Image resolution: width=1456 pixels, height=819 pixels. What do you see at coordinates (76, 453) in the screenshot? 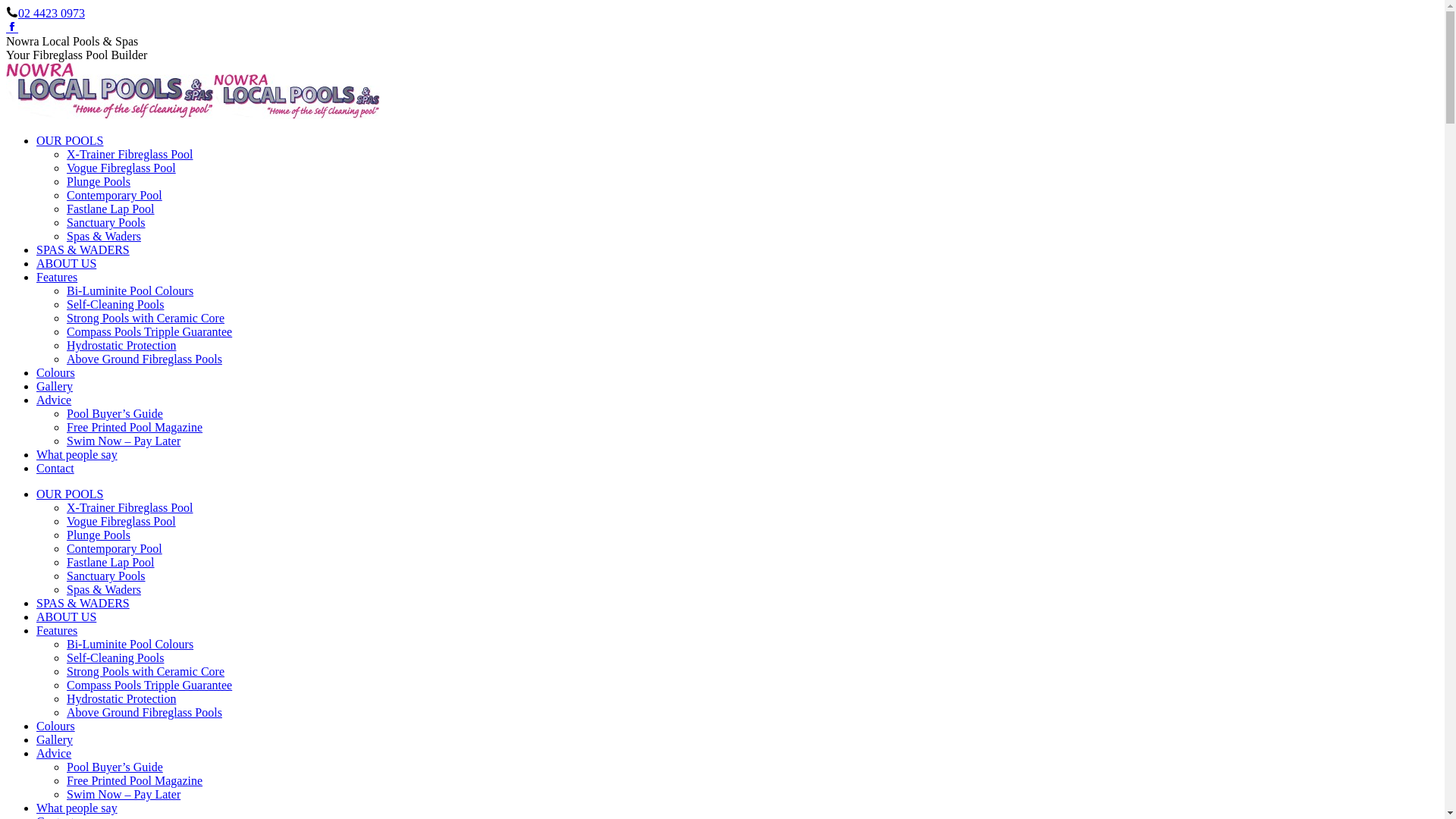
I see `'What people say'` at bounding box center [76, 453].